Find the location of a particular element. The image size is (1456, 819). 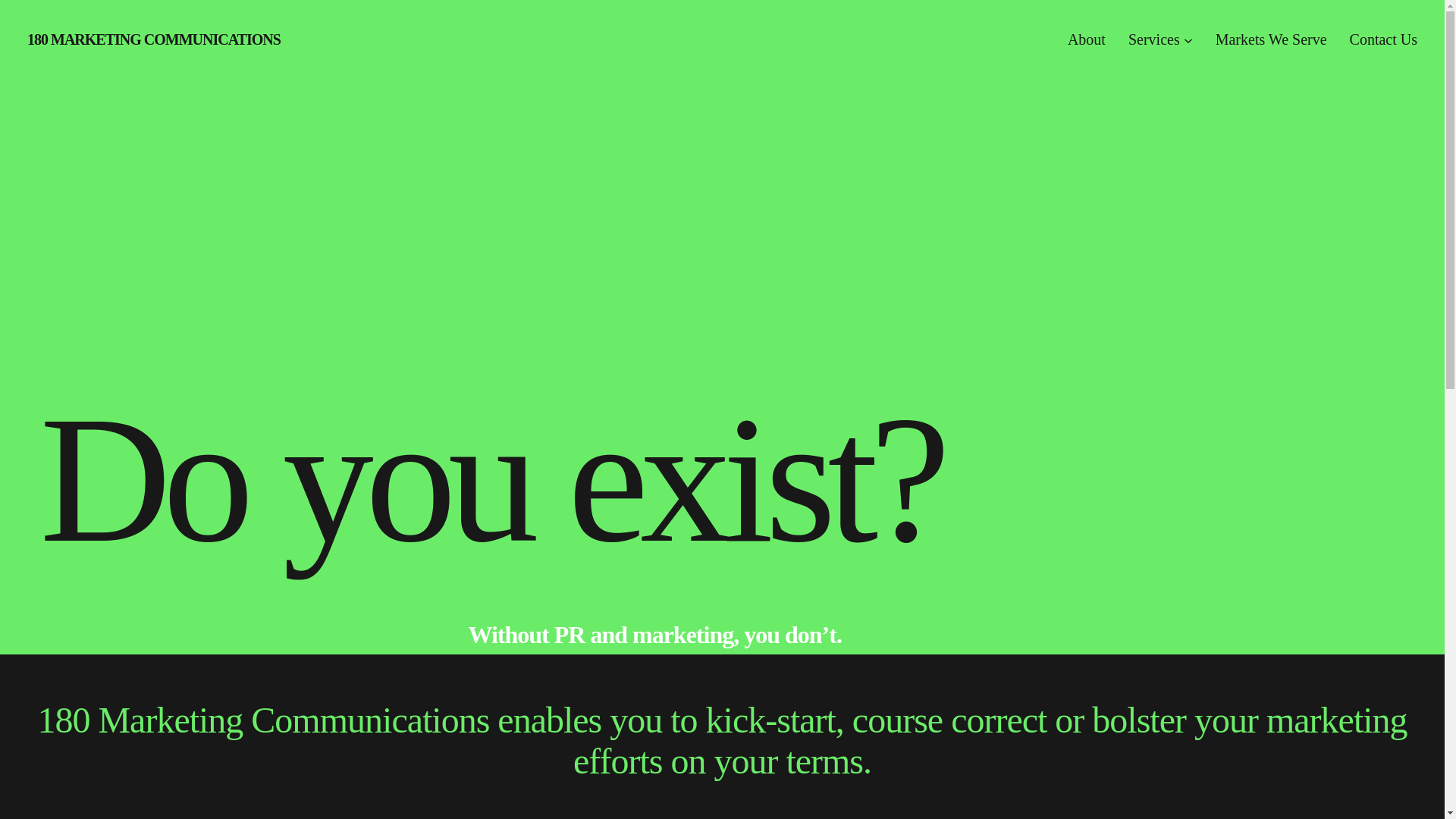

'Contact Us' is located at coordinates (1383, 38).